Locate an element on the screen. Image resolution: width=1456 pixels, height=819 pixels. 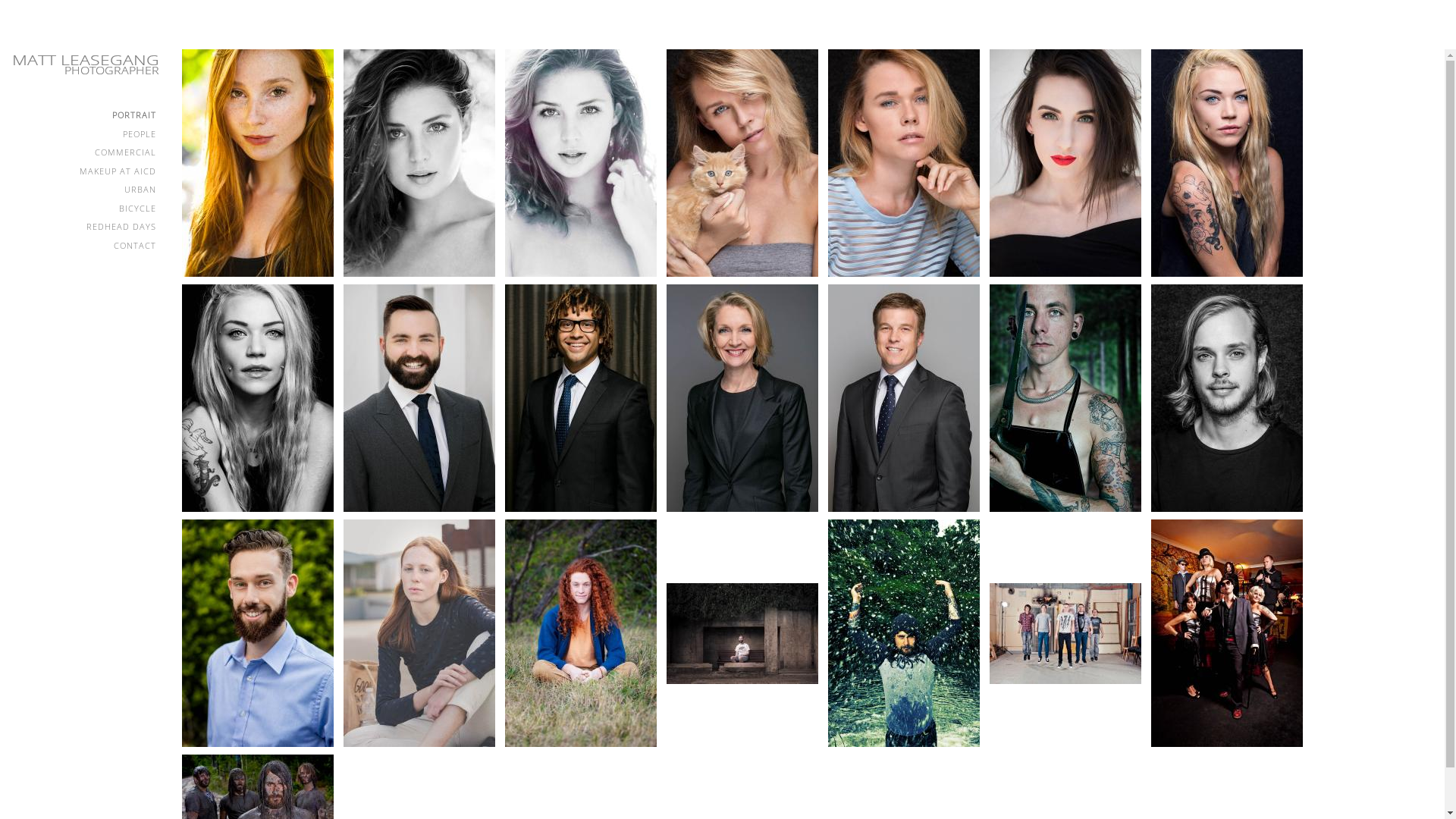
'URBAN' is located at coordinates (83, 189).